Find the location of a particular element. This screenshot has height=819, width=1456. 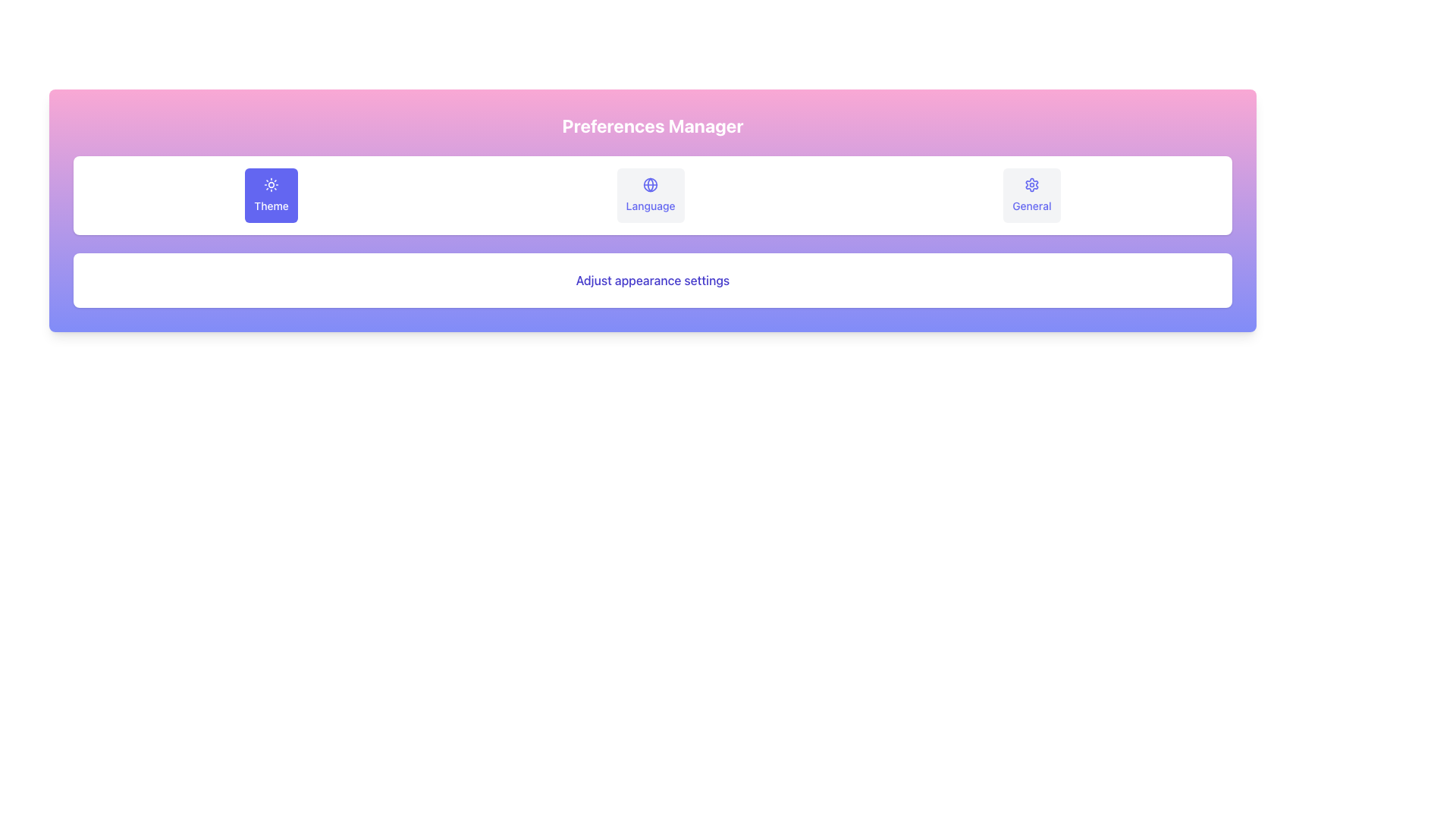

the globe icon within the 'Language' button, which is centrally located under the 'Preferences Manager' header is located at coordinates (651, 184).